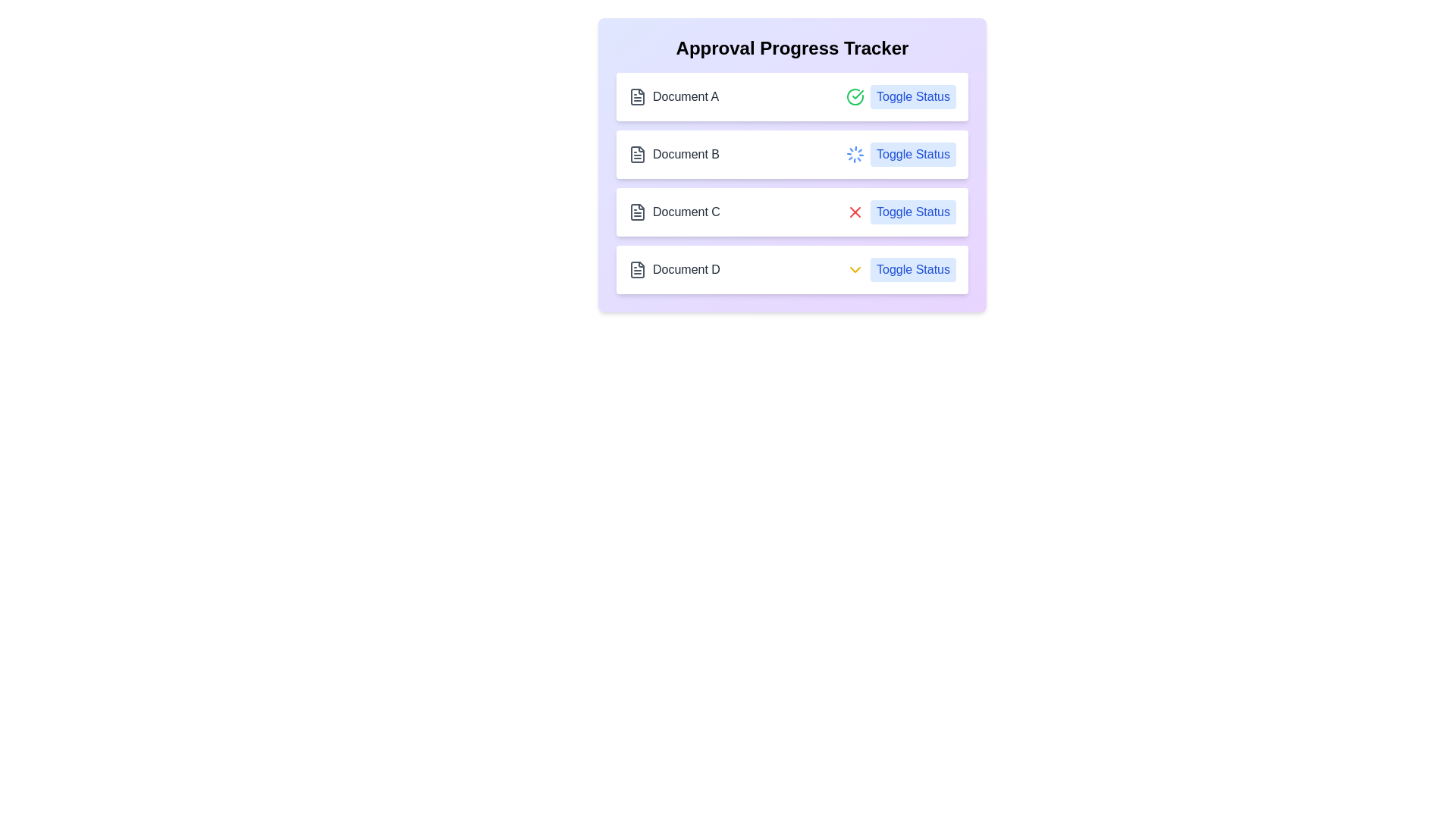  What do you see at coordinates (912, 212) in the screenshot?
I see `the button in the third row of the 'Approval Progress Tracker' panel, located to the right of the 'Document C' label and the red 'X' icon` at bounding box center [912, 212].